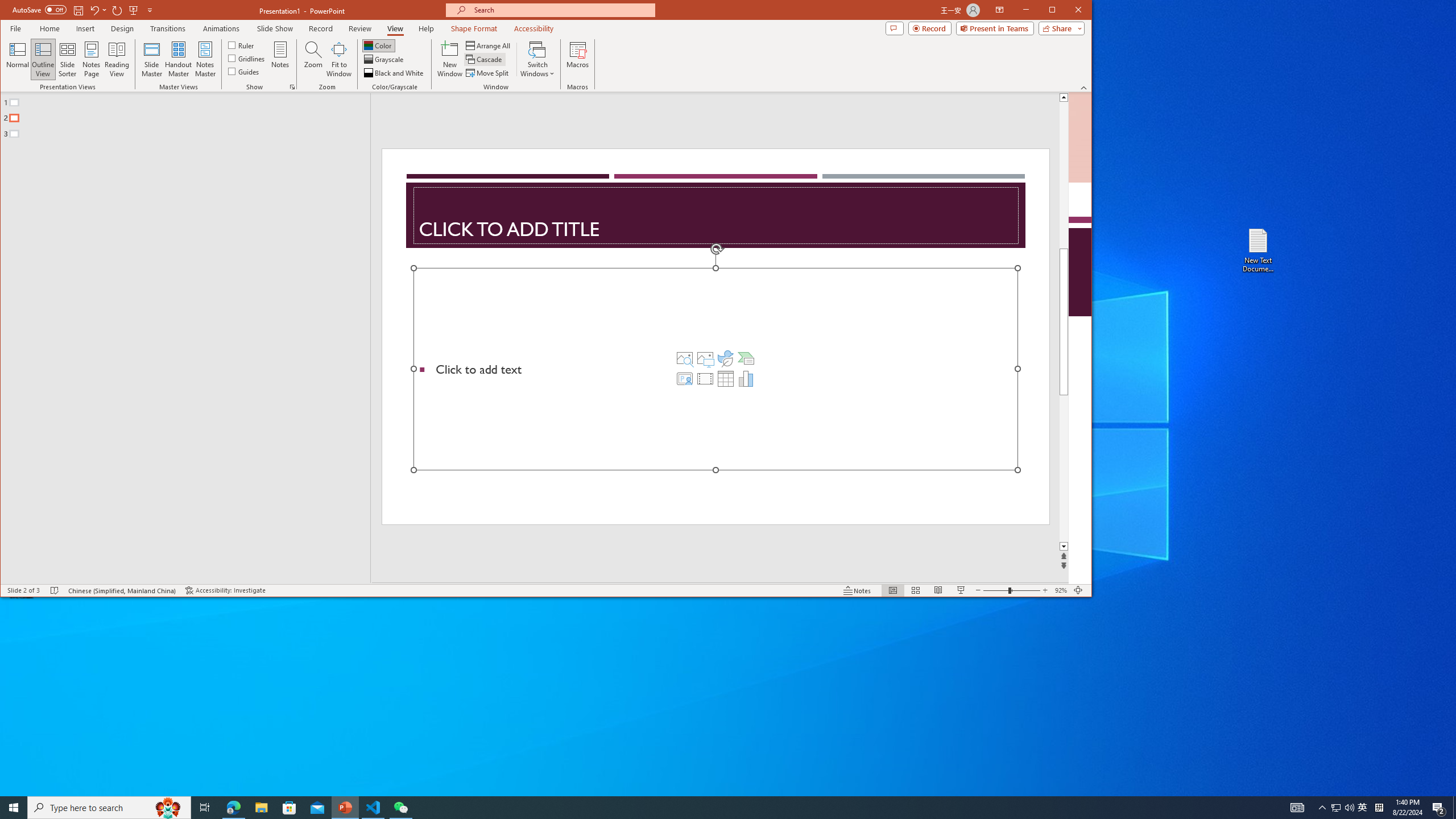 Image resolution: width=1456 pixels, height=819 pixels. Describe the element at coordinates (280, 59) in the screenshot. I see `'Notes'` at that location.